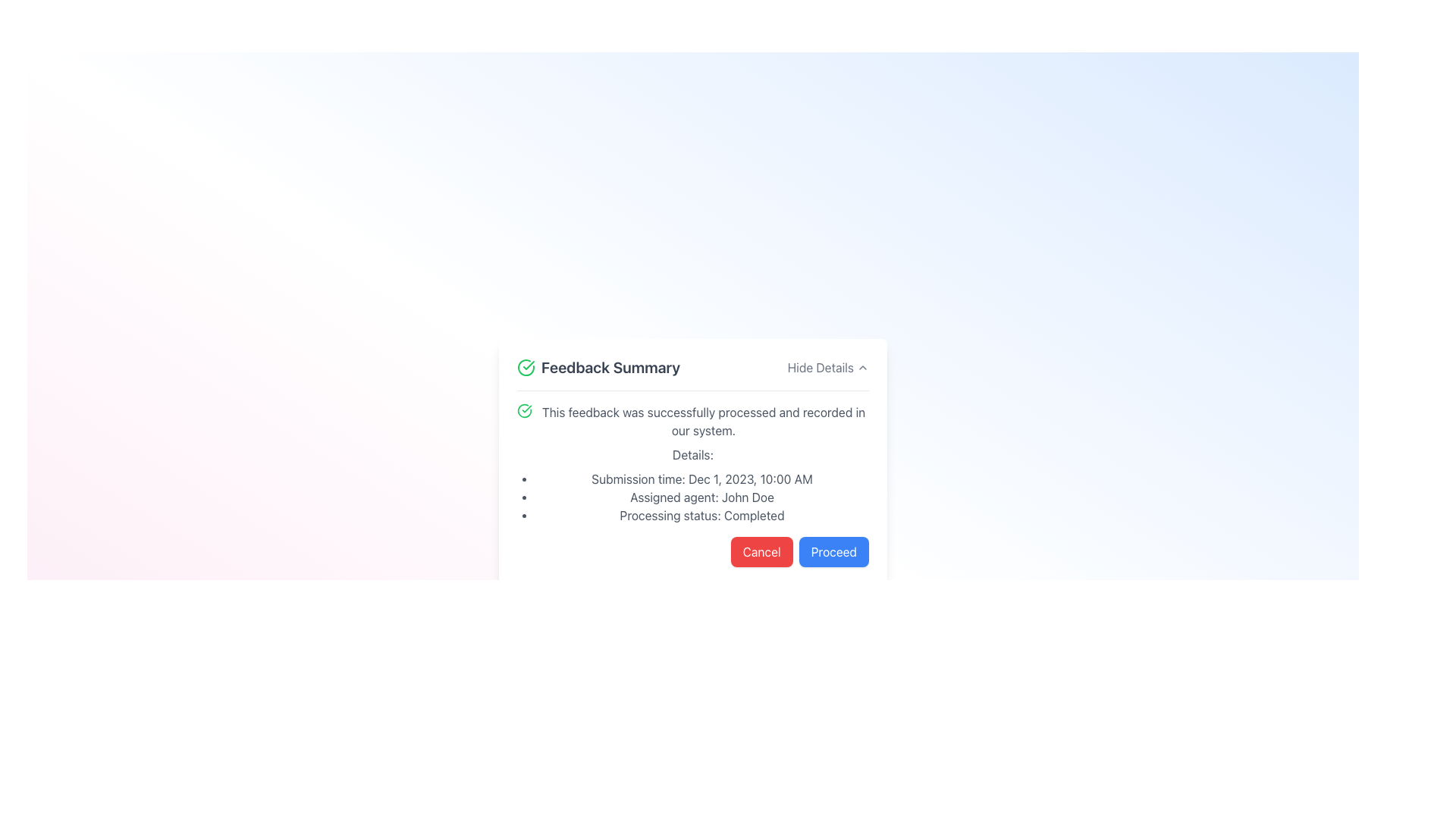 This screenshot has height=819, width=1456. What do you see at coordinates (692, 421) in the screenshot?
I see `the feedback was processed by clicking on the confirmation message displayed in the 'Feedback Summary' section, which indicates successful completion of the feedback process` at bounding box center [692, 421].